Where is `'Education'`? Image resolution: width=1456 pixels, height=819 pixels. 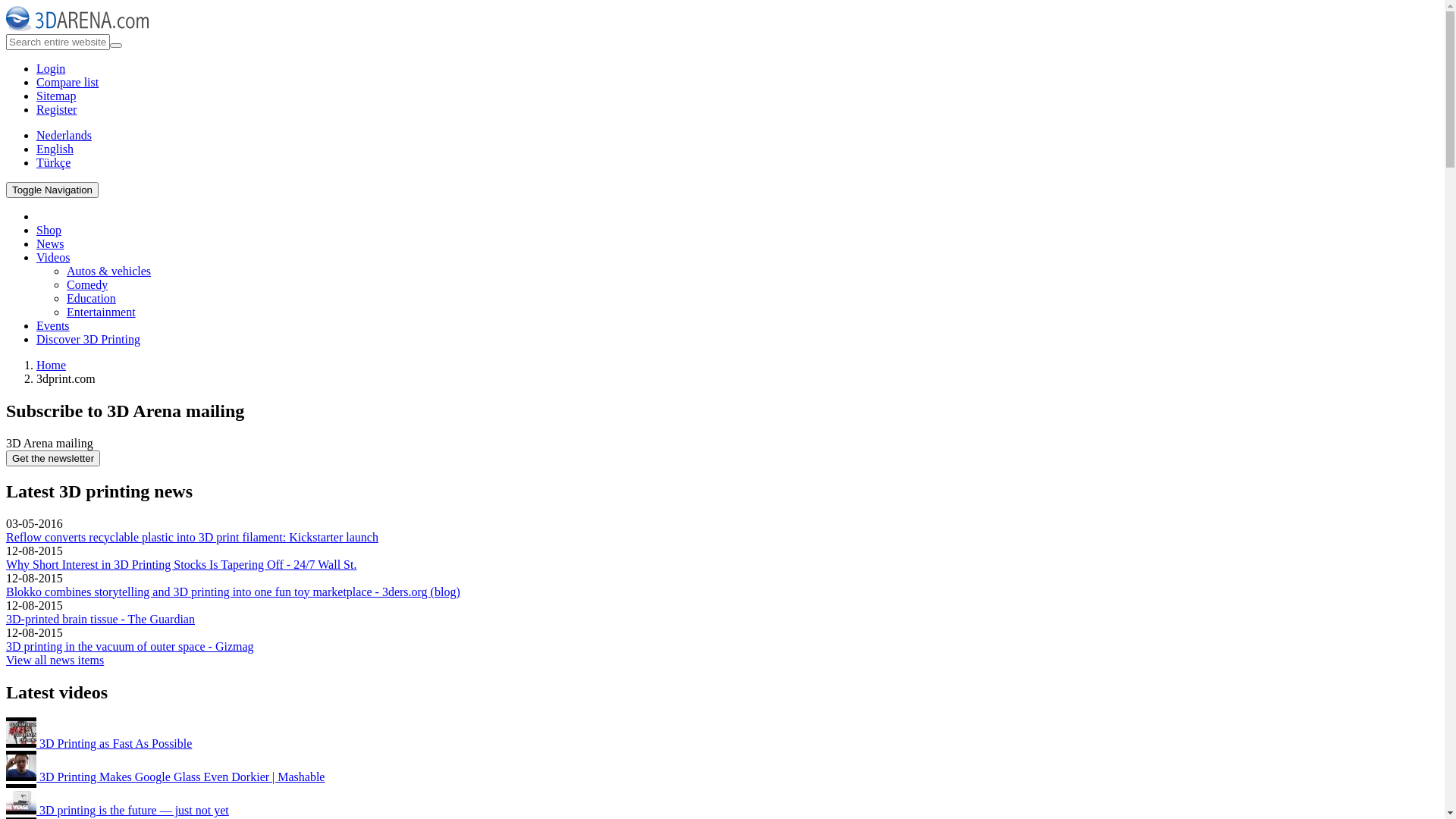
'Education' is located at coordinates (90, 298).